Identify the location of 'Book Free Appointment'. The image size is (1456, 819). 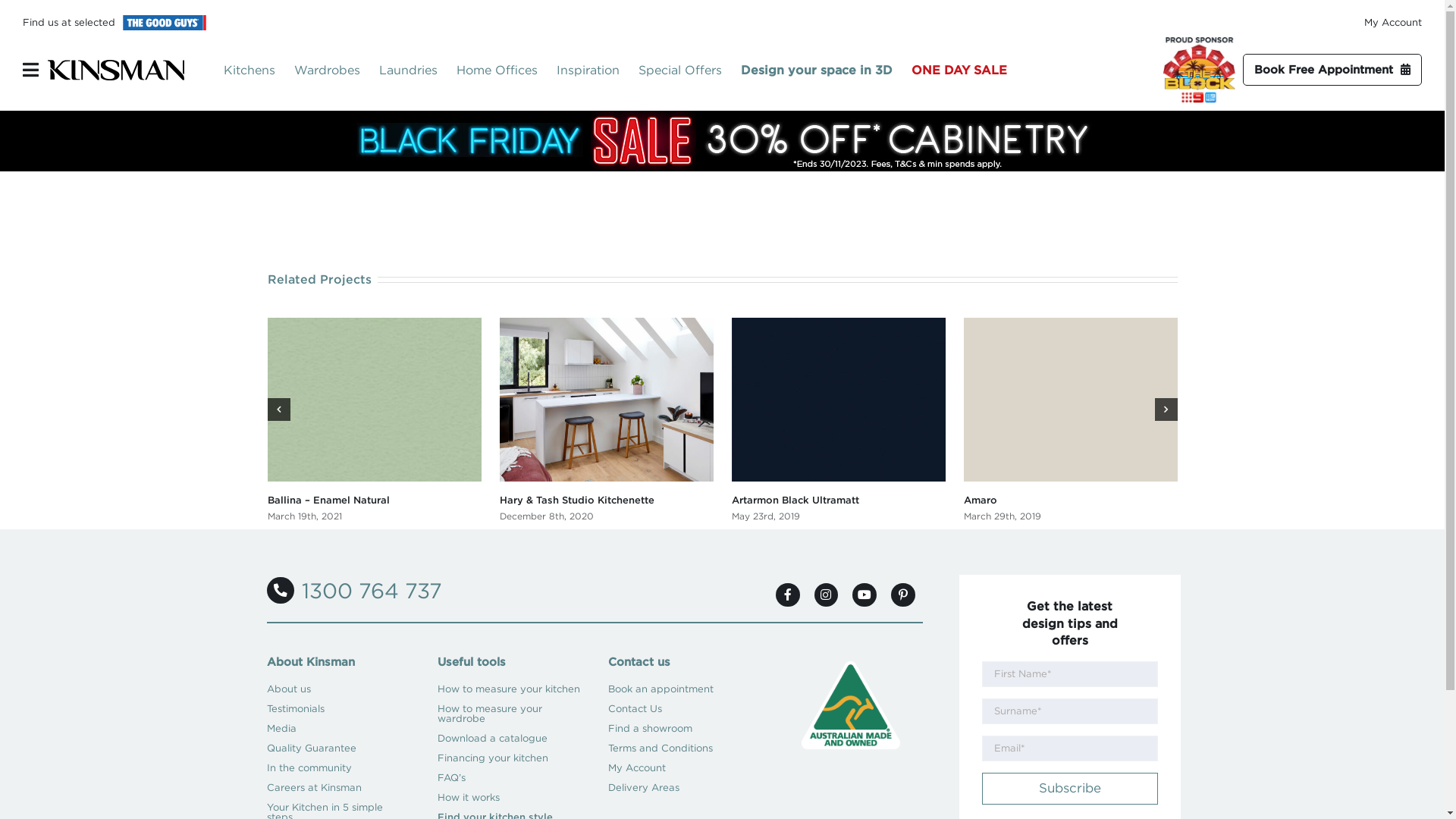
(1331, 70).